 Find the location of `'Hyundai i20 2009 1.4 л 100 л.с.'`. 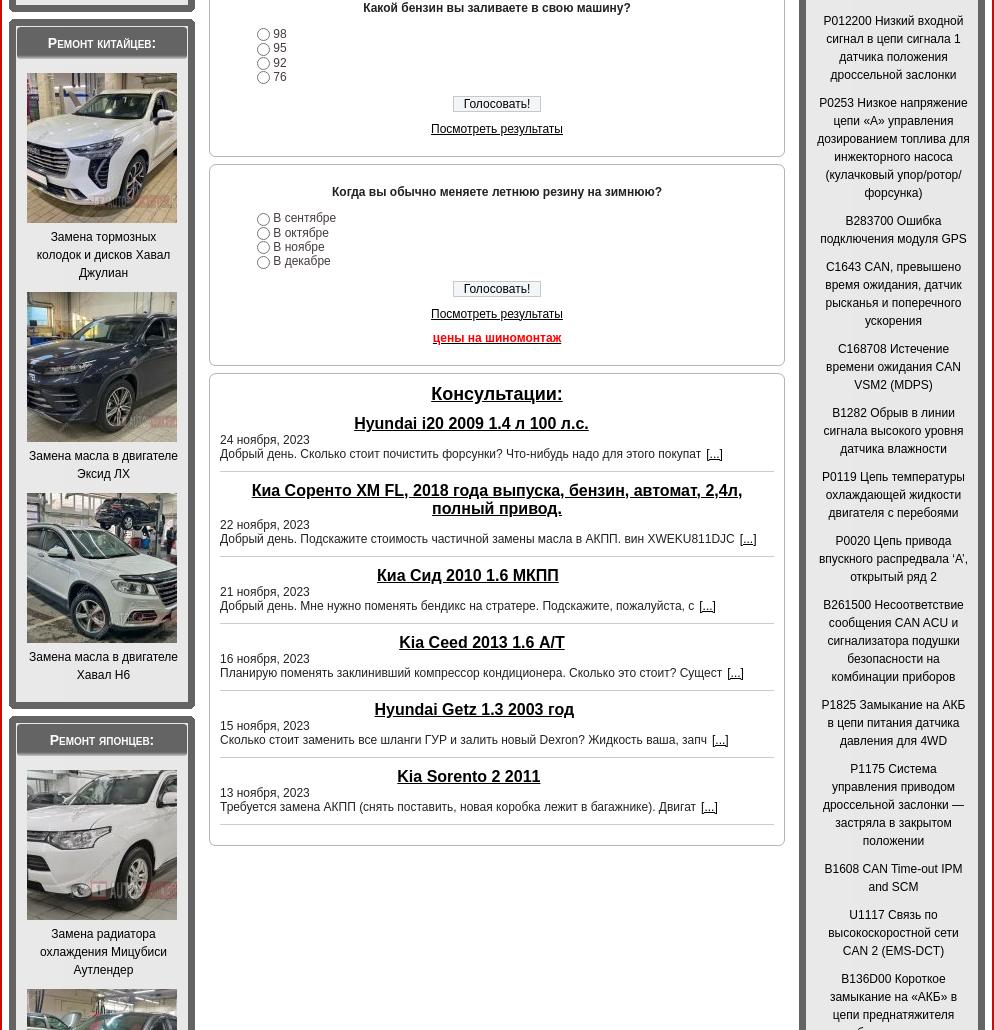

'Hyundai i20 2009 1.4 л 100 л.с.' is located at coordinates (469, 422).